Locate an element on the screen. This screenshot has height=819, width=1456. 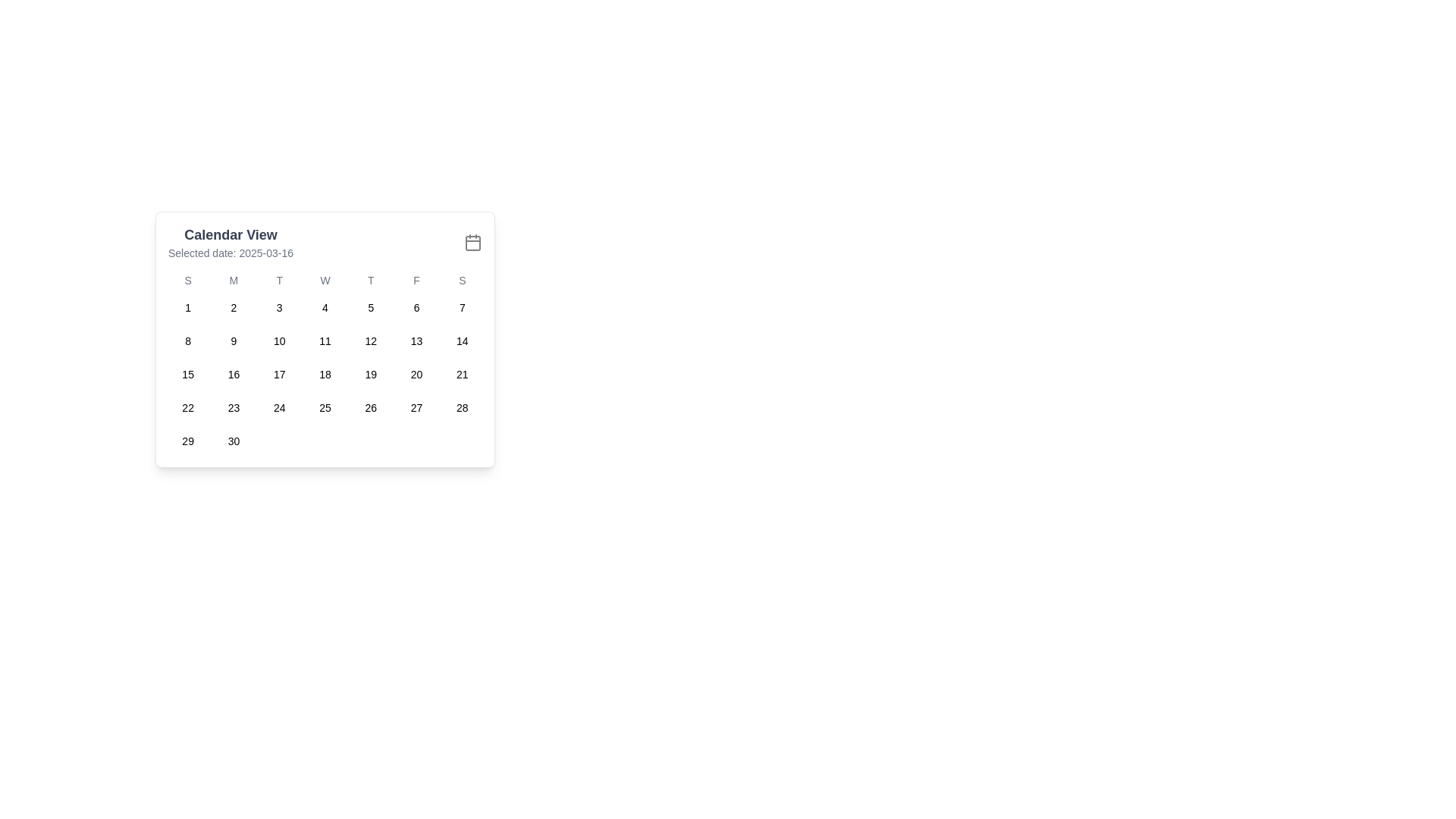
the date button representing the 30th in the calendar grid, located in the sixth row and second column of the grid, under the title 'Calendar View' is located at coordinates (233, 441).